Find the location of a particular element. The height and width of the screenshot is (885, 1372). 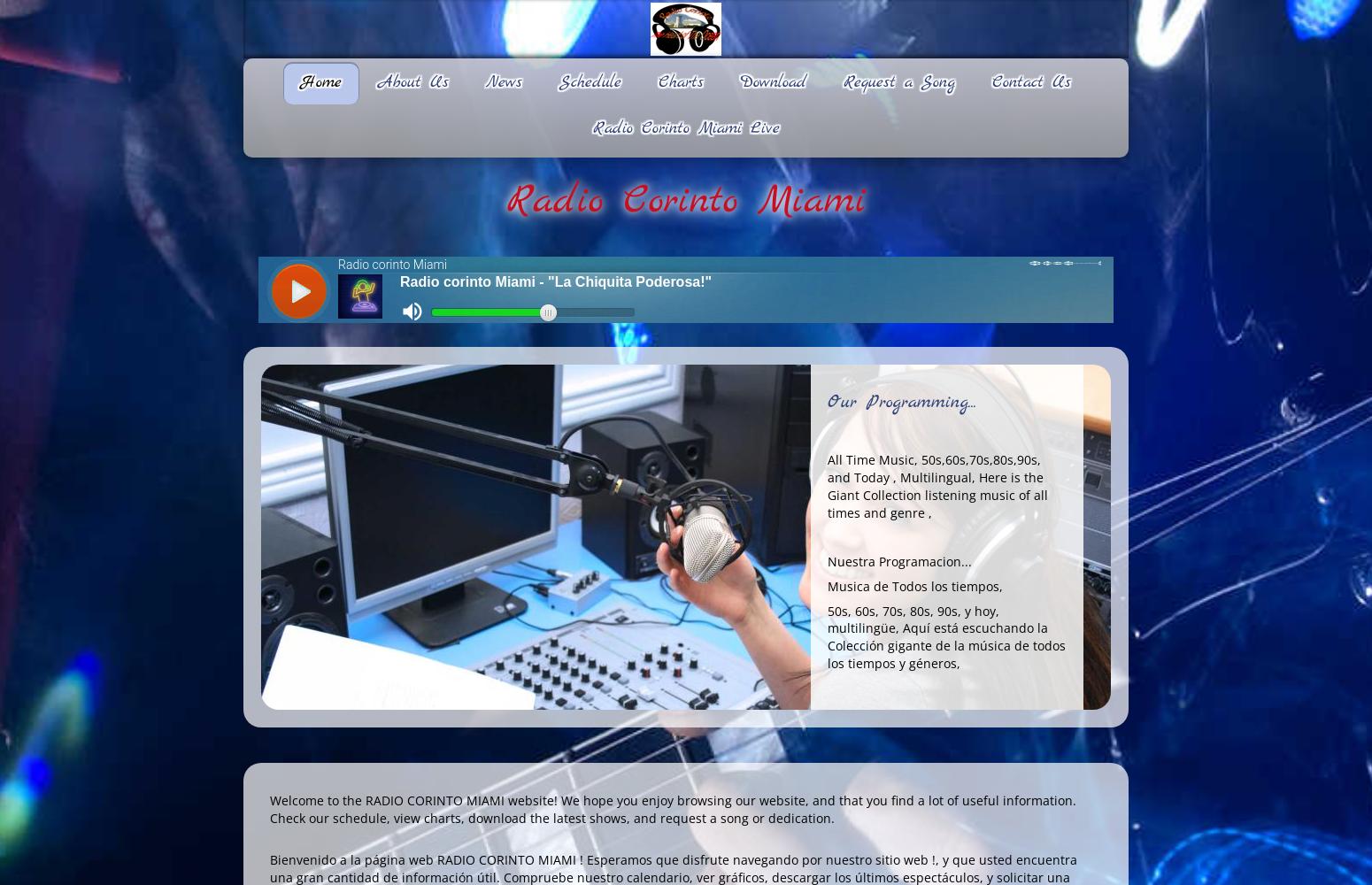

'Aquí' is located at coordinates (916, 627).